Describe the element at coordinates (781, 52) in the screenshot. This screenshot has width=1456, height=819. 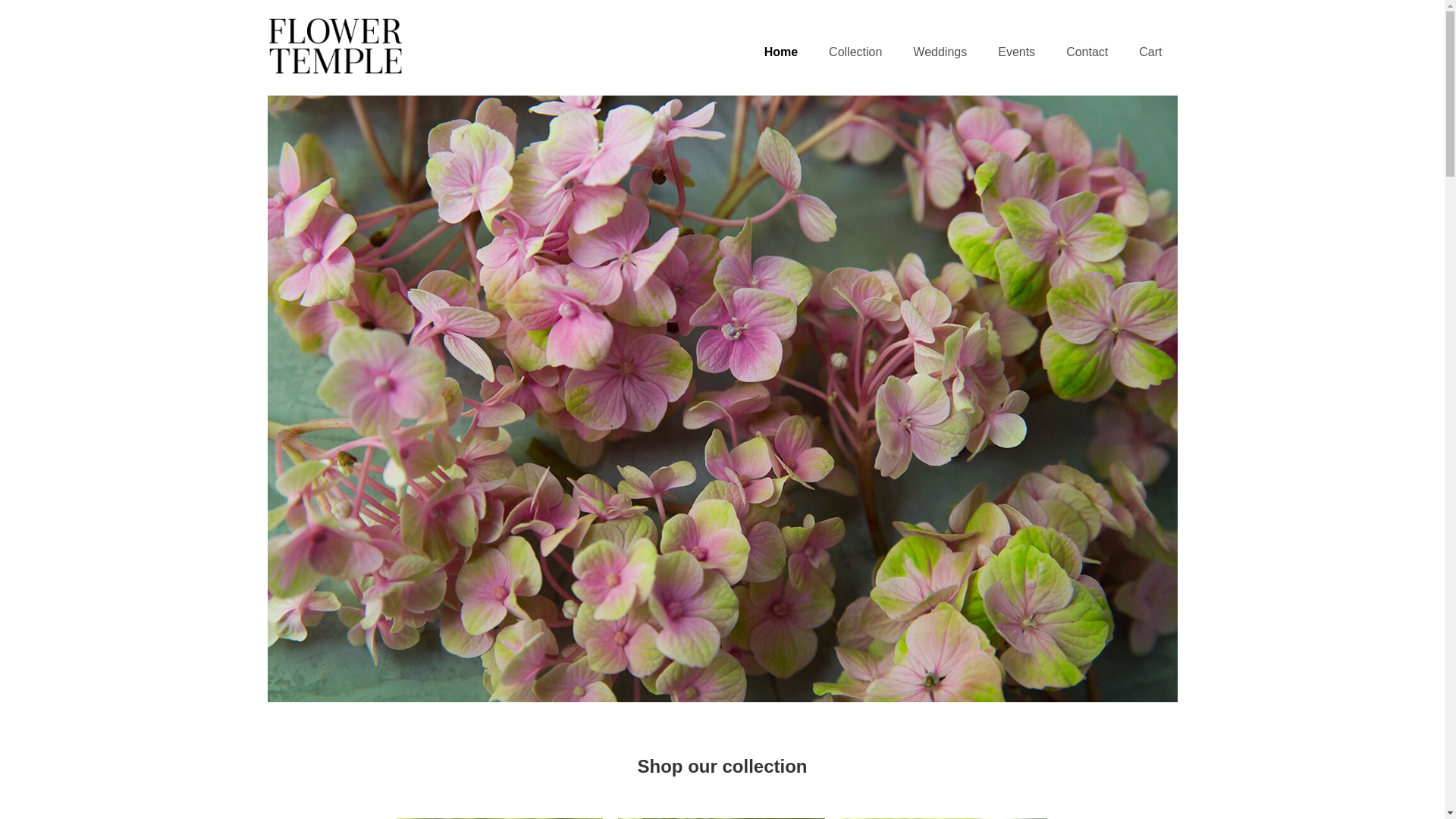
I see `'Home'` at that location.